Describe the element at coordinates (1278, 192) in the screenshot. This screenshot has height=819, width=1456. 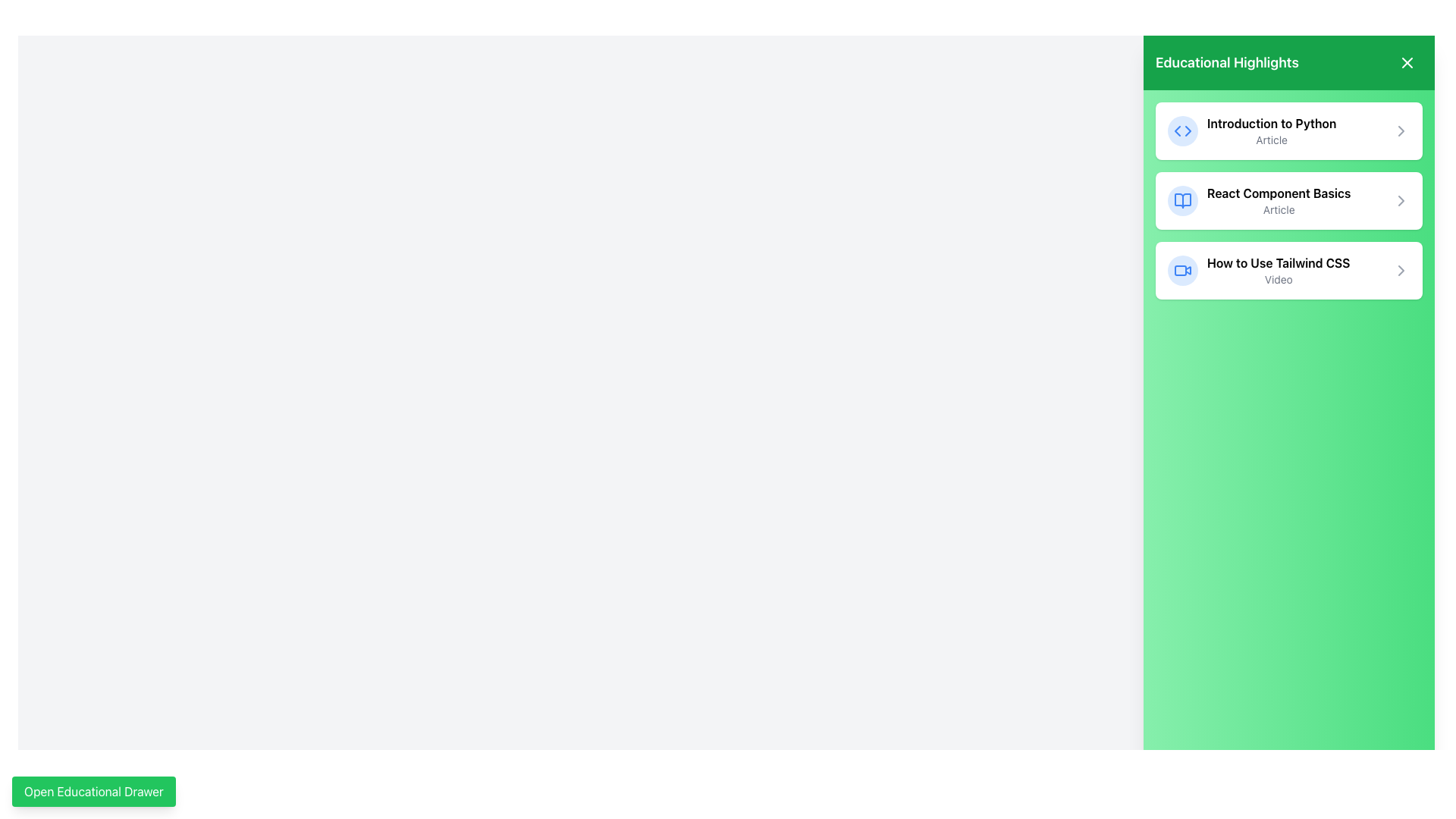
I see `the text label that reads 'React Component Basics' located in the second item of the sidebar titled 'Educational Highlights'` at that location.